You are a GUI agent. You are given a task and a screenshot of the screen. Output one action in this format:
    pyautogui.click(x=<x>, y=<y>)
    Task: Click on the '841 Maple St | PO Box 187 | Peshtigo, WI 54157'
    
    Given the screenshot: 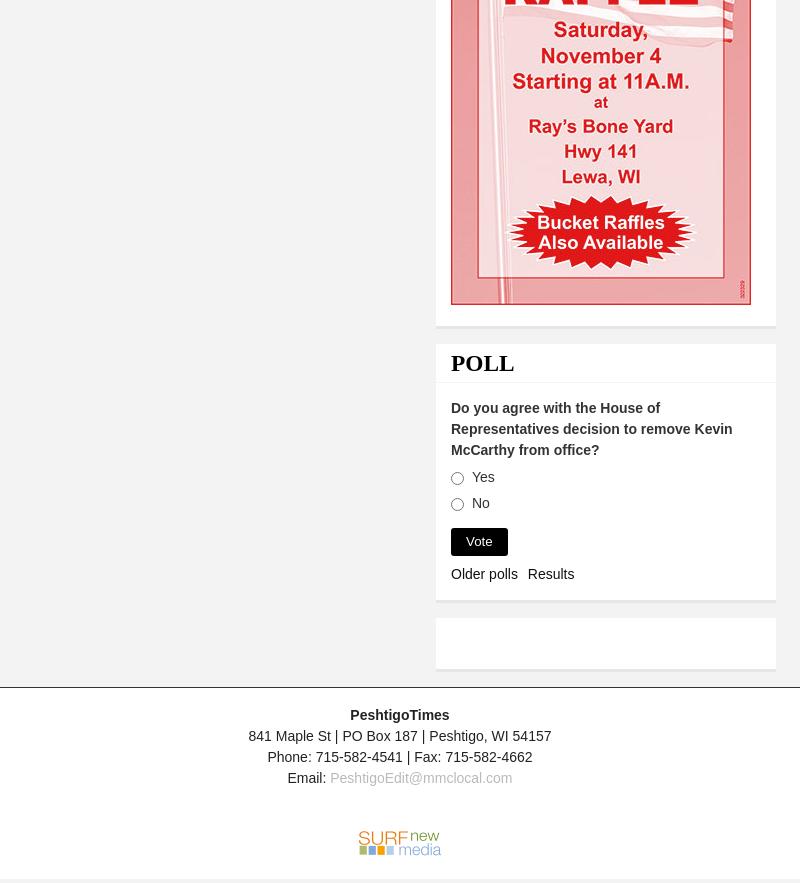 What is the action you would take?
    pyautogui.click(x=247, y=734)
    